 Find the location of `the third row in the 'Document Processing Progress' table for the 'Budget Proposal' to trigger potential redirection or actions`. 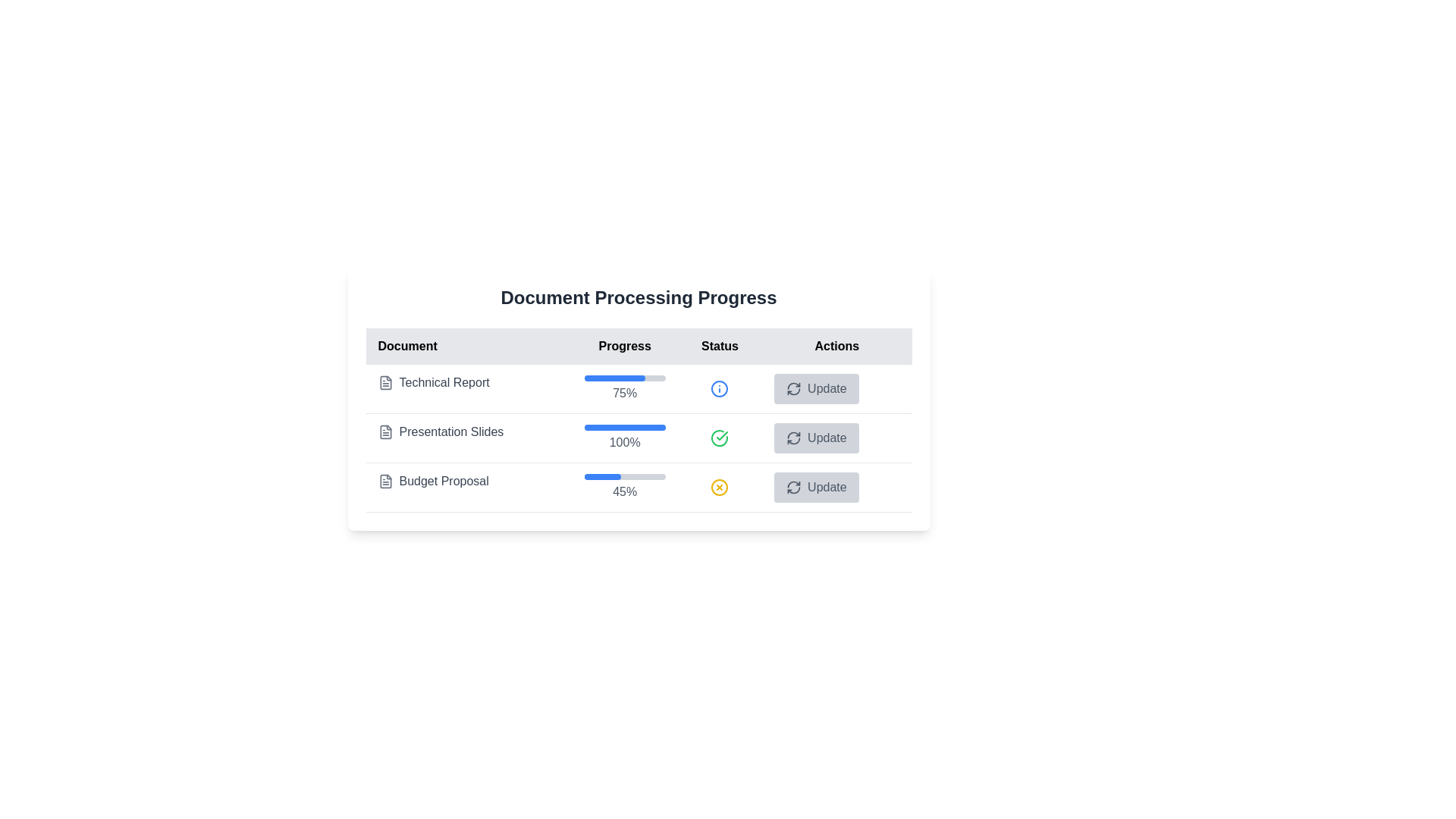

the third row in the 'Document Processing Progress' table for the 'Budget Proposal' to trigger potential redirection or actions is located at coordinates (639, 488).